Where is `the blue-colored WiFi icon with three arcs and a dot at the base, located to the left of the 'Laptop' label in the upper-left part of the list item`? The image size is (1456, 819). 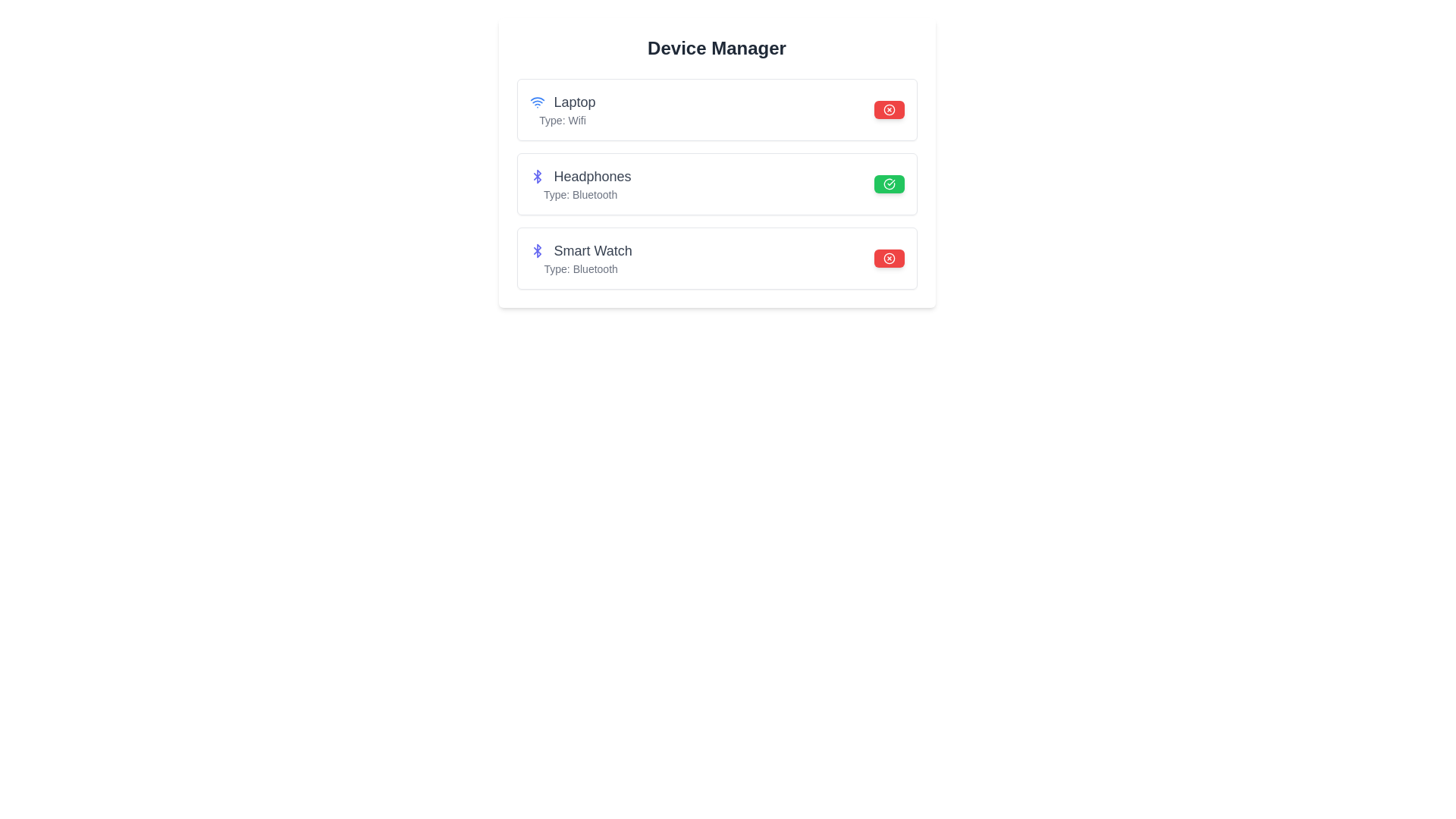 the blue-colored WiFi icon with three arcs and a dot at the base, located to the left of the 'Laptop' label in the upper-left part of the list item is located at coordinates (537, 102).